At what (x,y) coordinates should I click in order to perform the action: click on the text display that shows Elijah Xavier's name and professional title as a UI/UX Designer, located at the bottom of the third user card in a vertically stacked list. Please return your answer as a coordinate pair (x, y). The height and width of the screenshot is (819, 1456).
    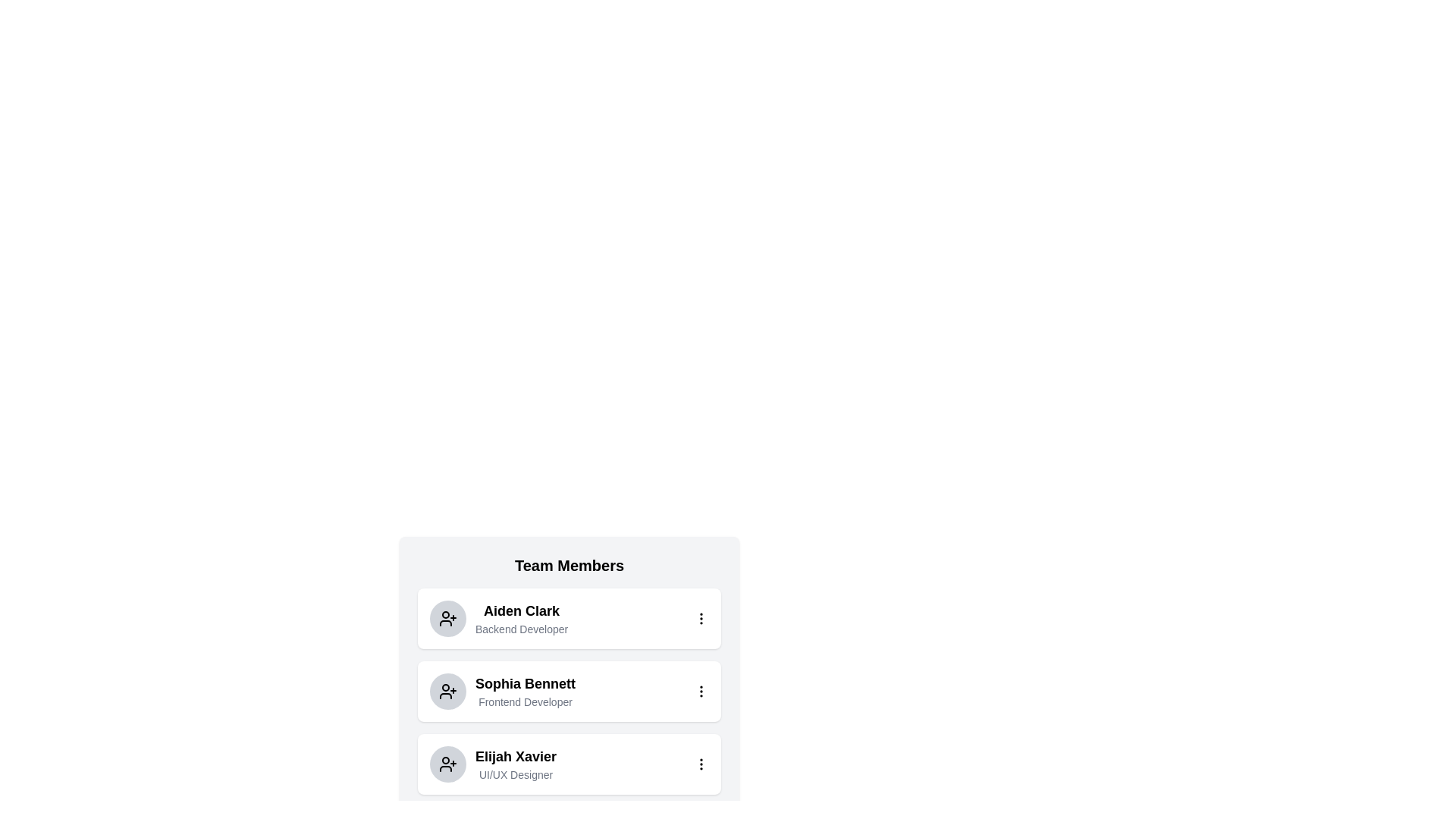
    Looking at the image, I should click on (516, 764).